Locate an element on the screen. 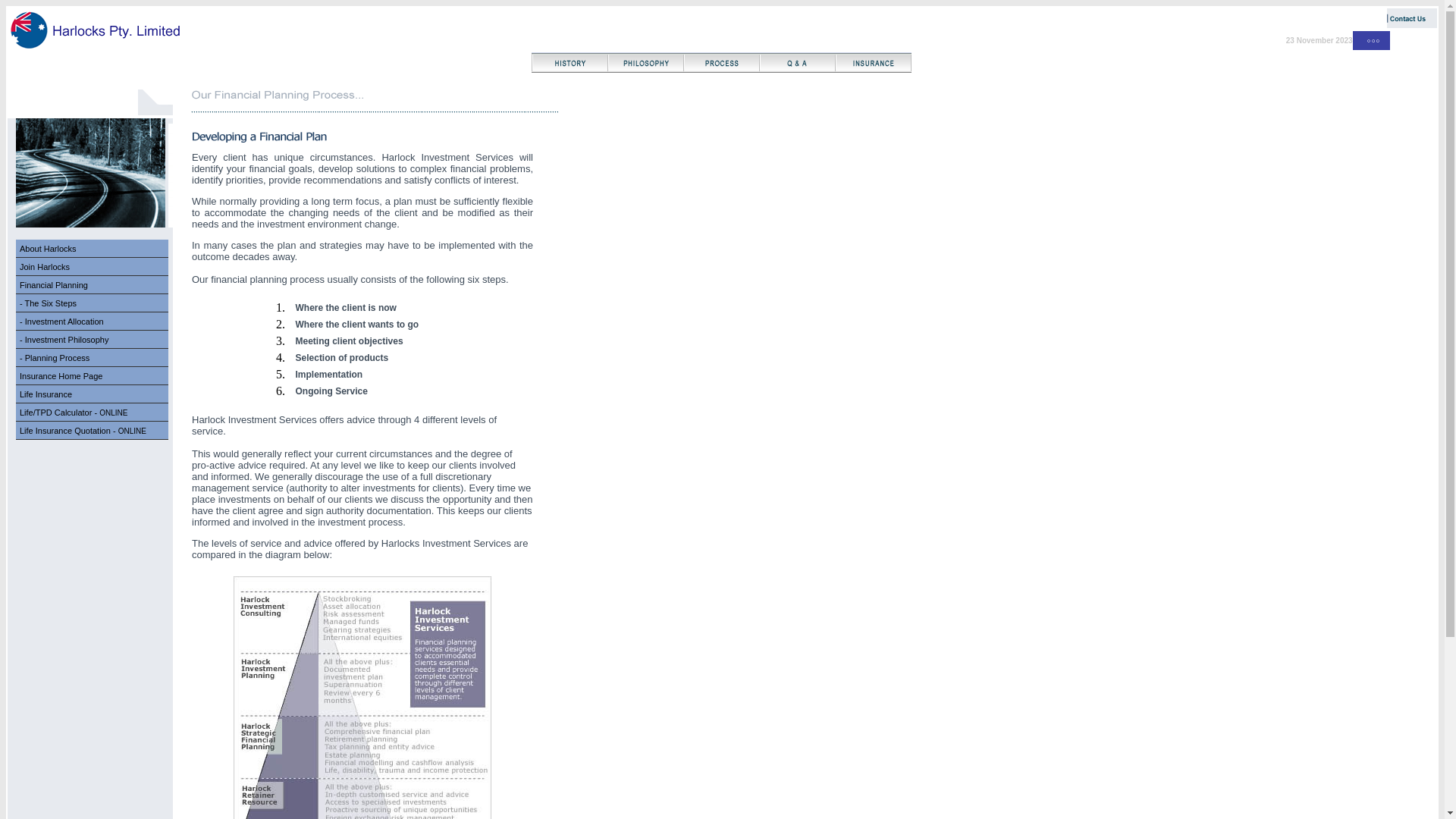 Image resolution: width=1456 pixels, height=819 pixels. 'Ongoing Service' is located at coordinates (331, 391).